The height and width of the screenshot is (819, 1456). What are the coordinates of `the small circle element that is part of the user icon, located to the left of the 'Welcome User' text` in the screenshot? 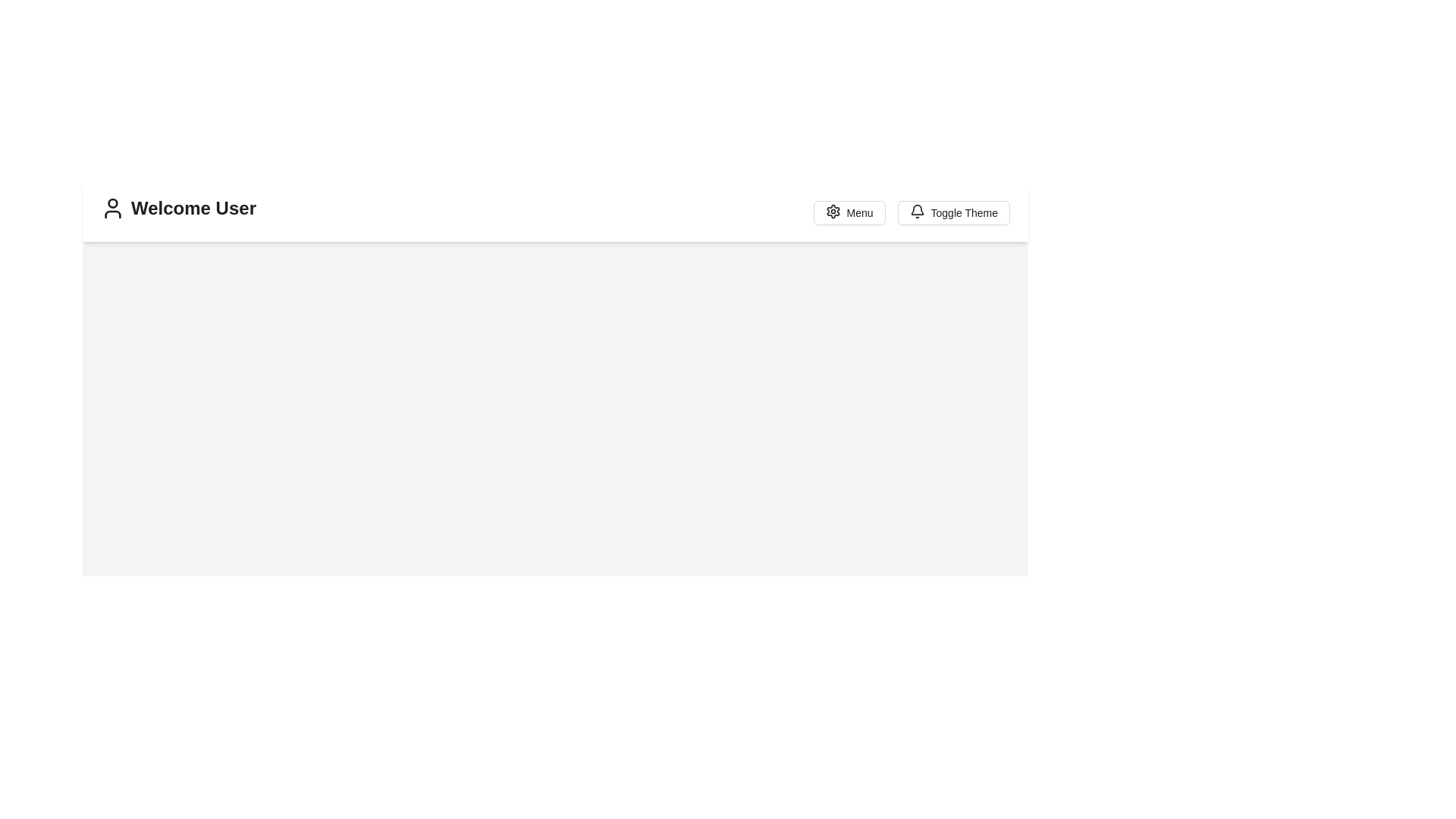 It's located at (111, 202).